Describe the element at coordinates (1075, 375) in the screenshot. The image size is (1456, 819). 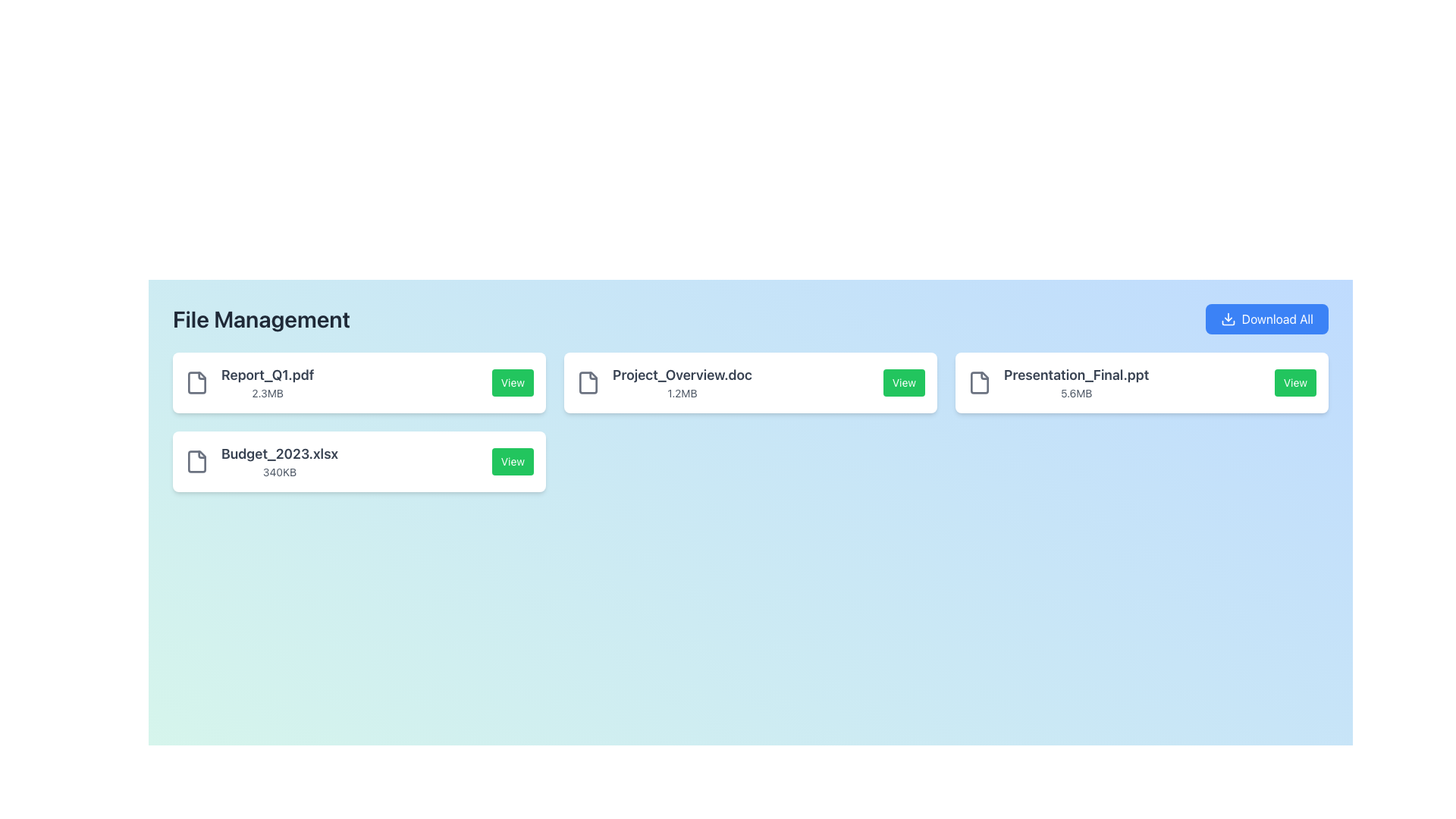
I see `the text label that reads 'Presentation_Final.ppt', which is styled in bold and grayish color, located in the rightmost column of a grid layout` at that location.